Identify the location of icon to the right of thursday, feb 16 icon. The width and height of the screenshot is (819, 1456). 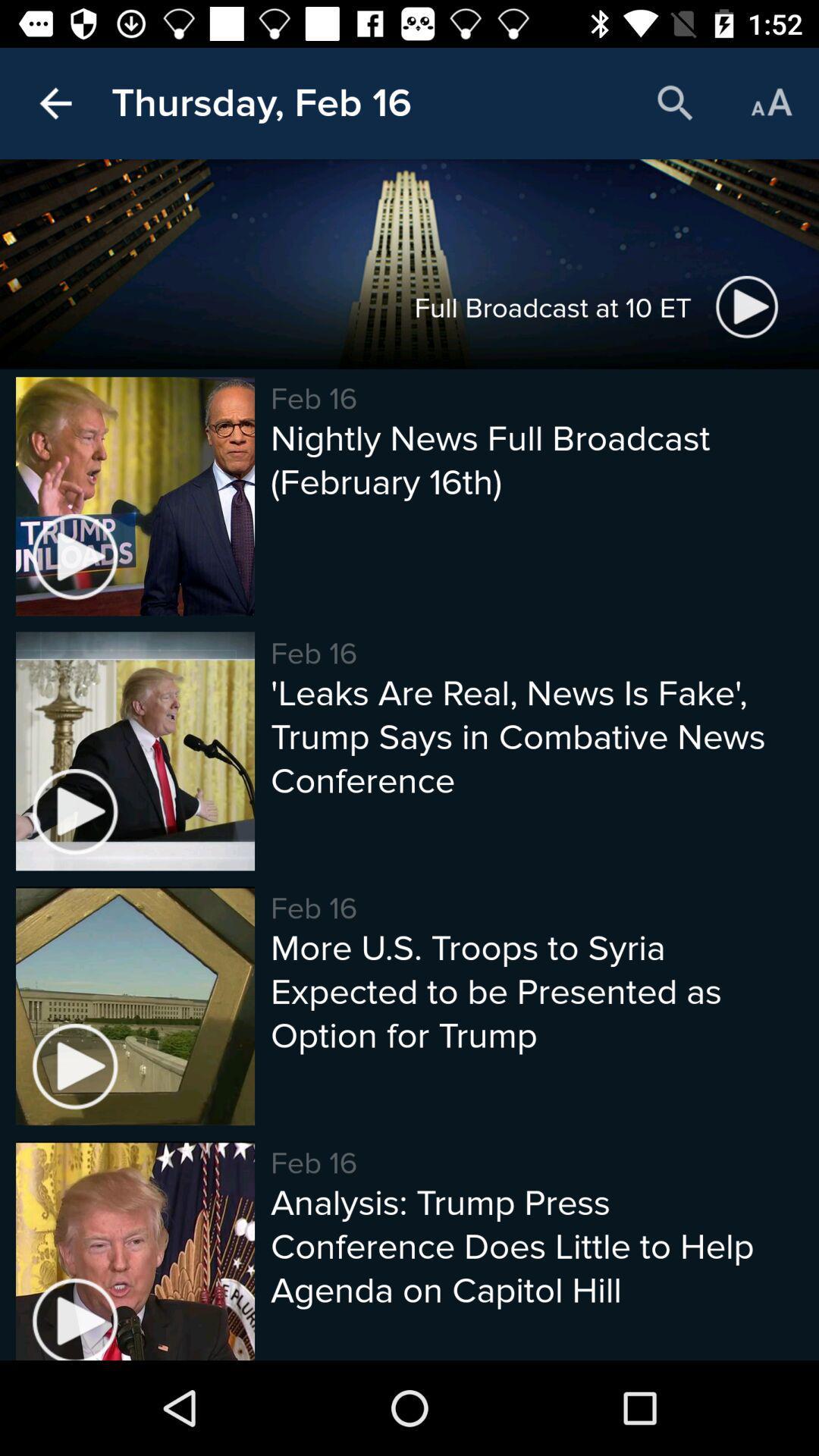
(675, 102).